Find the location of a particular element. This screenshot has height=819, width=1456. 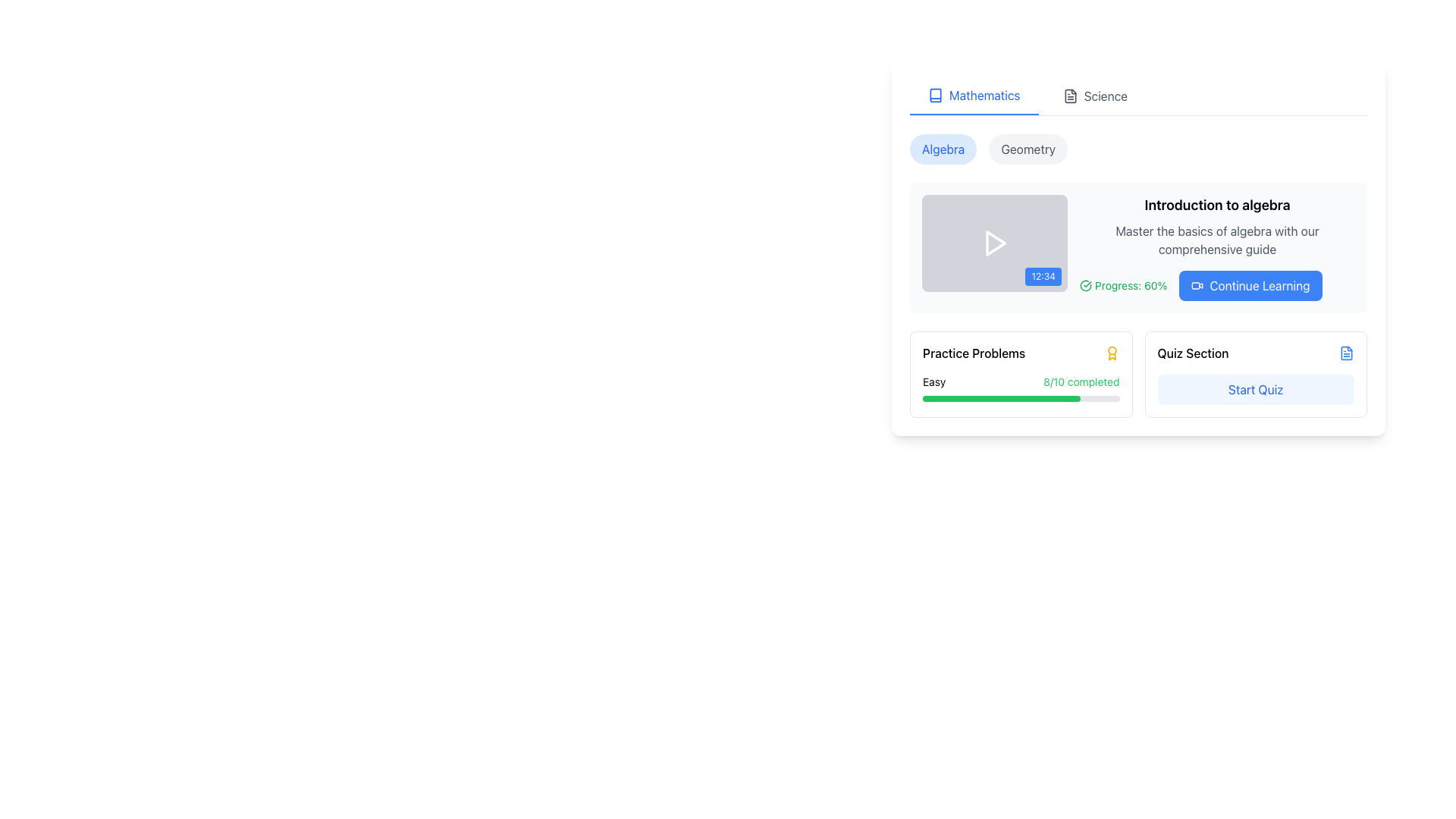

the 'Geometry' button, which is a rounded rectangular button with a light gray background and dark gray text, located to the right of the 'Algebra' button is located at coordinates (1028, 149).